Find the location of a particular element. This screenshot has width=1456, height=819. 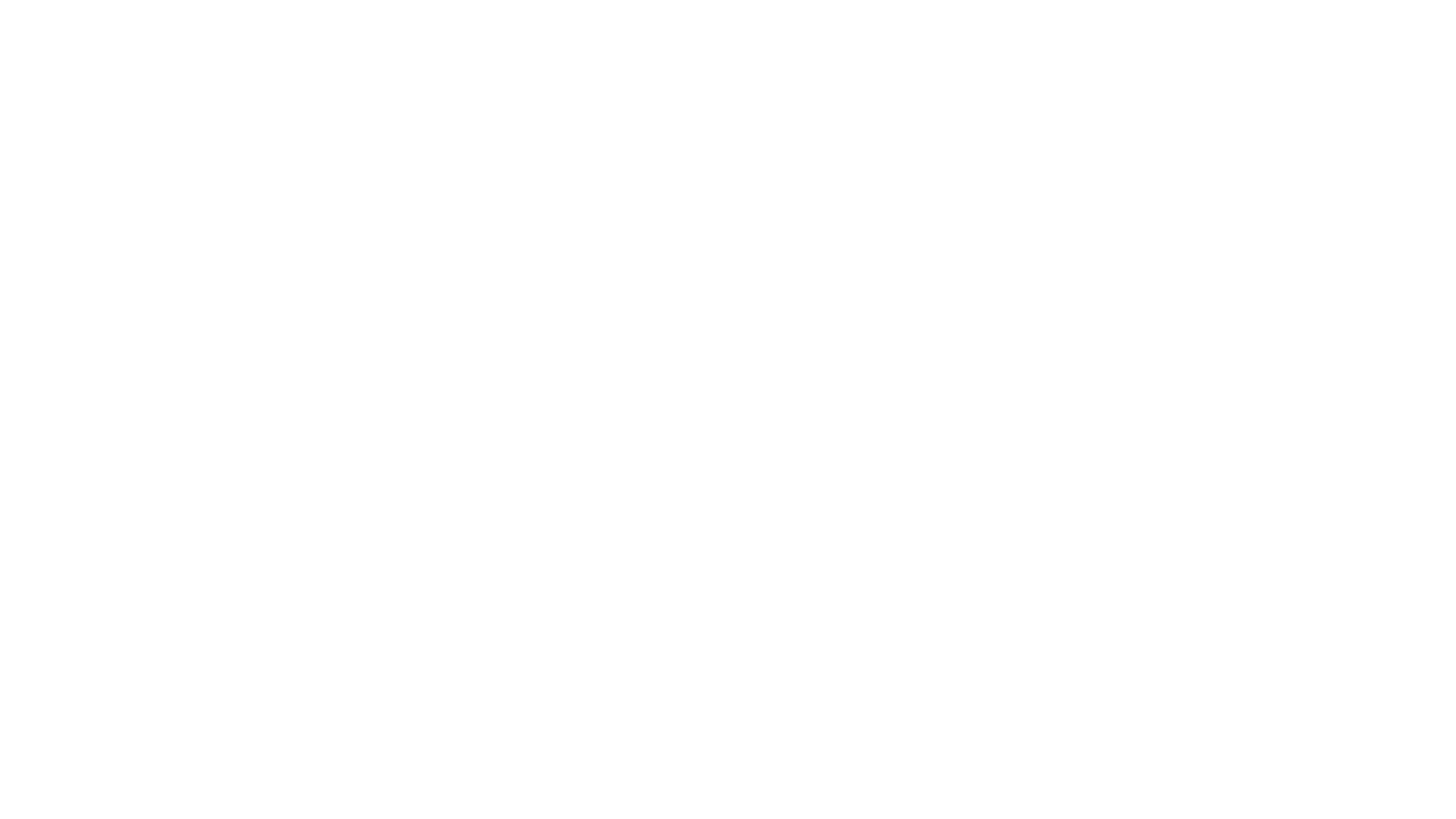

Life Sciences is located at coordinates (585, 513).